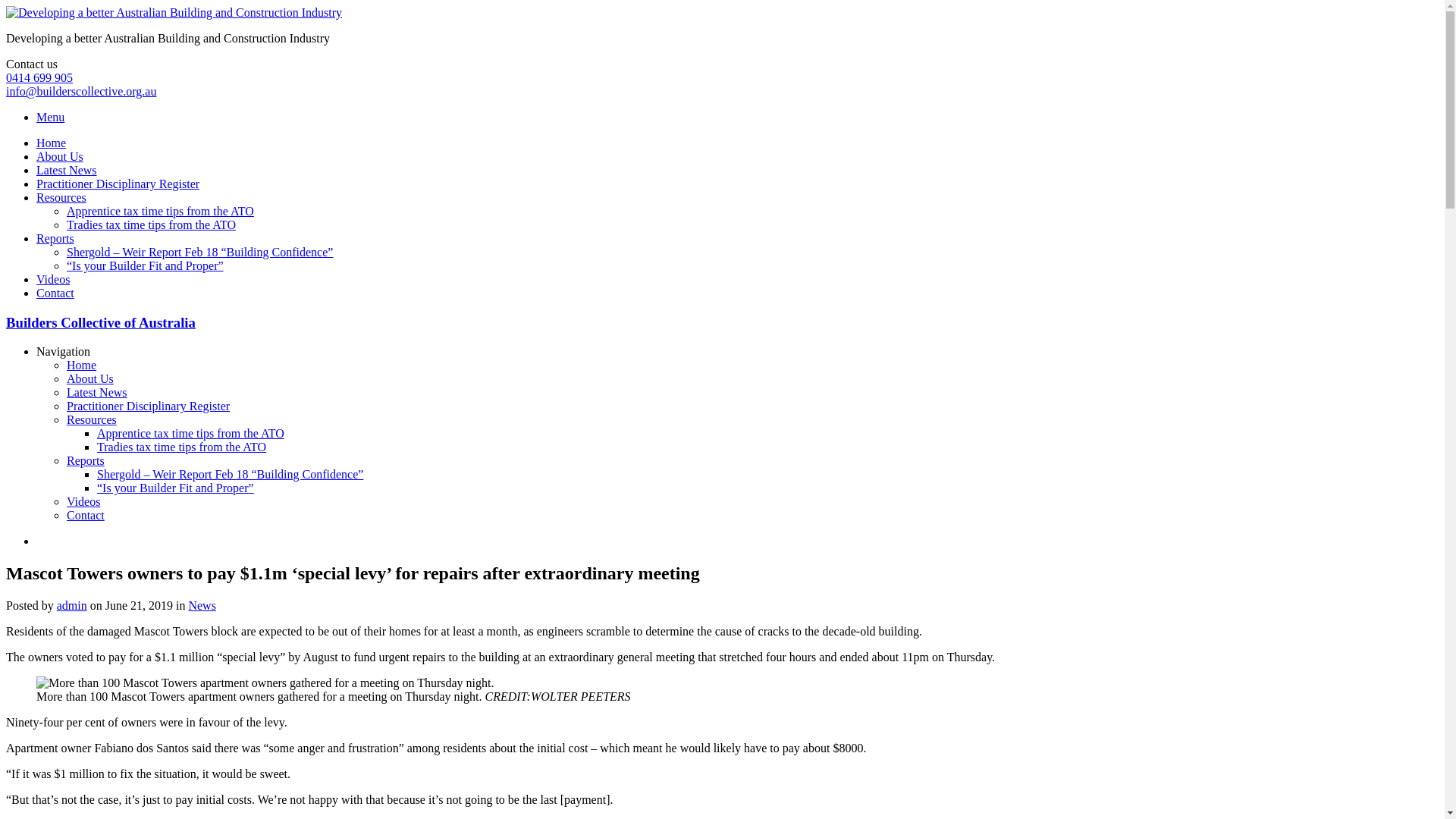 The width and height of the screenshot is (1456, 819). Describe the element at coordinates (96, 391) in the screenshot. I see `'Latest News'` at that location.